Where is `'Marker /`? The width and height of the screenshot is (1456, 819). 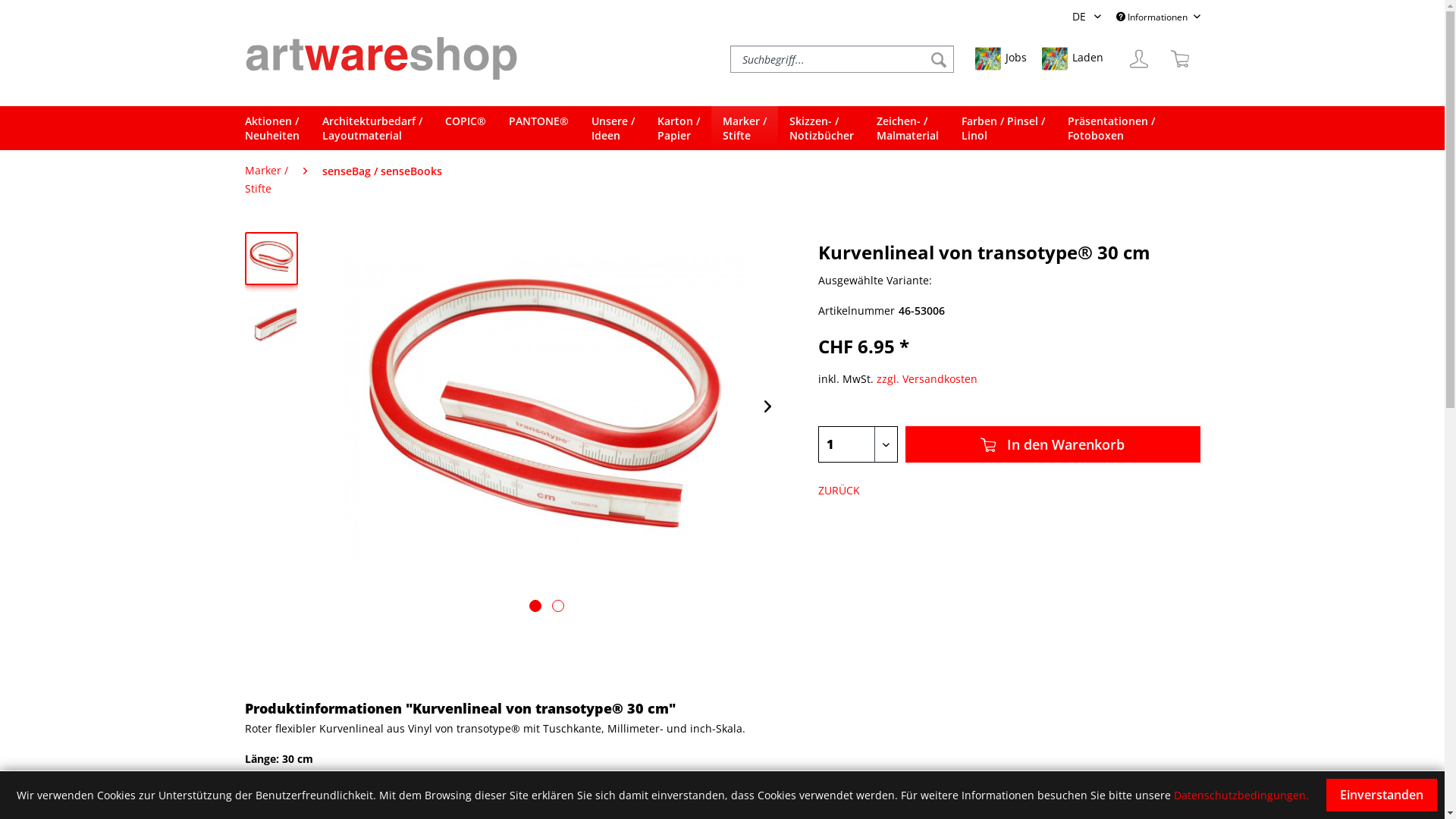
'Marker / is located at coordinates (265, 178).